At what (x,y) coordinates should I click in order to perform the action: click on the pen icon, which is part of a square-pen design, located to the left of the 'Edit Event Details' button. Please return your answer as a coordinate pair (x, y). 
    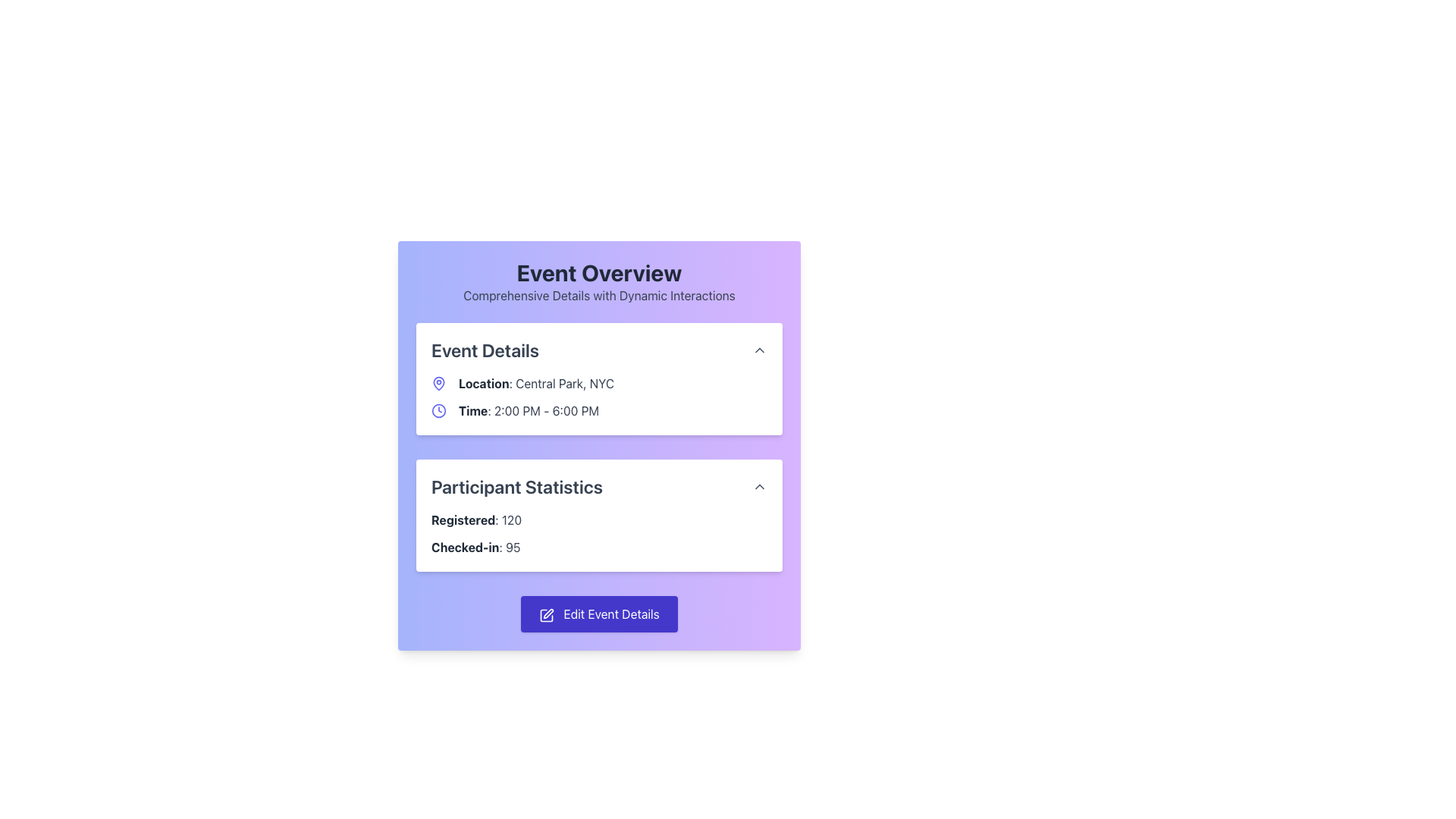
    Looking at the image, I should click on (548, 613).